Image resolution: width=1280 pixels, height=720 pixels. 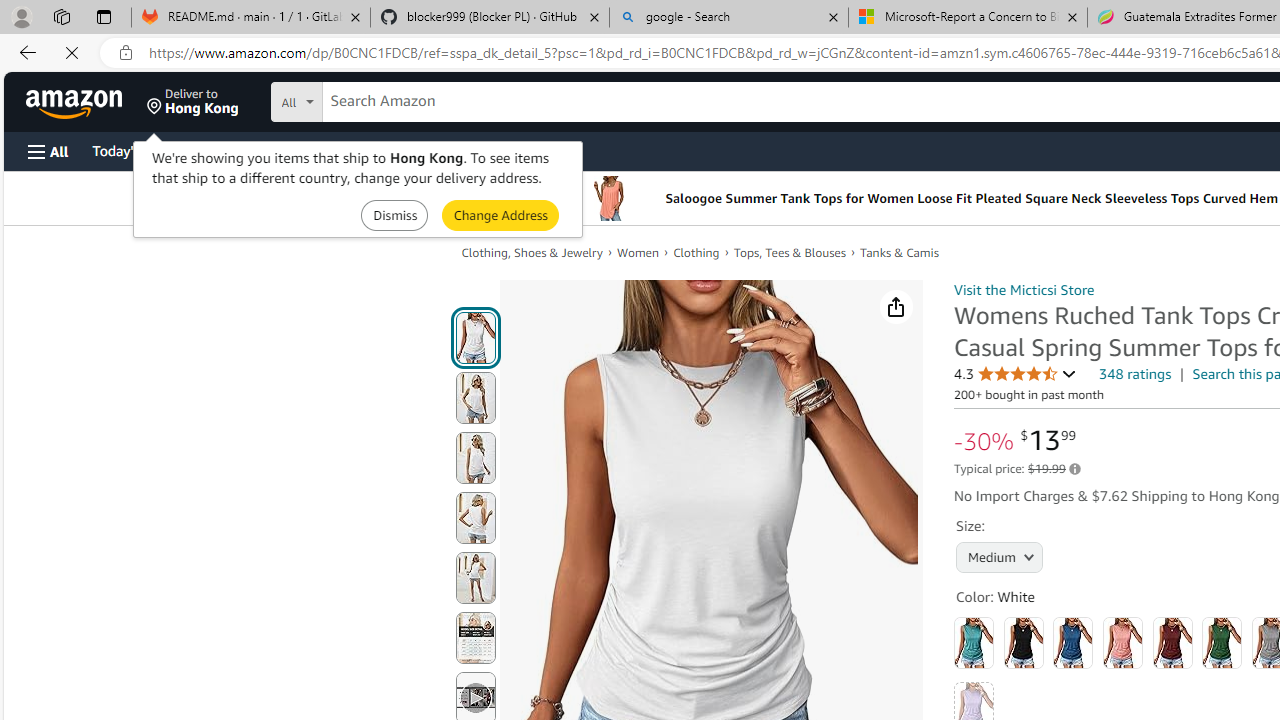 What do you see at coordinates (133, 149) in the screenshot?
I see `'Today'` at bounding box center [133, 149].